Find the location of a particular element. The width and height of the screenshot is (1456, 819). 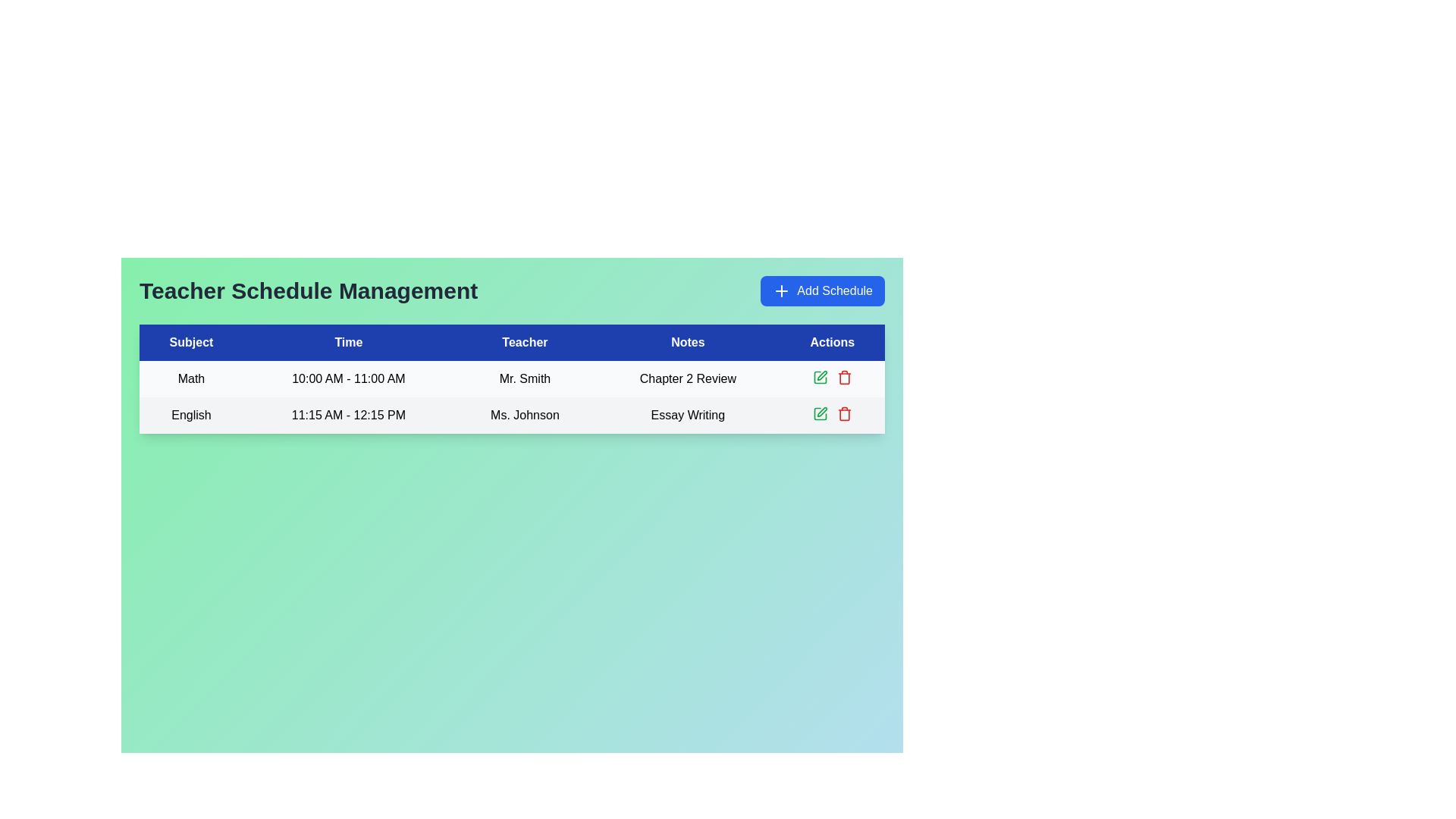

the delete button located in the 'Actions' column of the second row within the table structure for the English subject entry is located at coordinates (843, 376).